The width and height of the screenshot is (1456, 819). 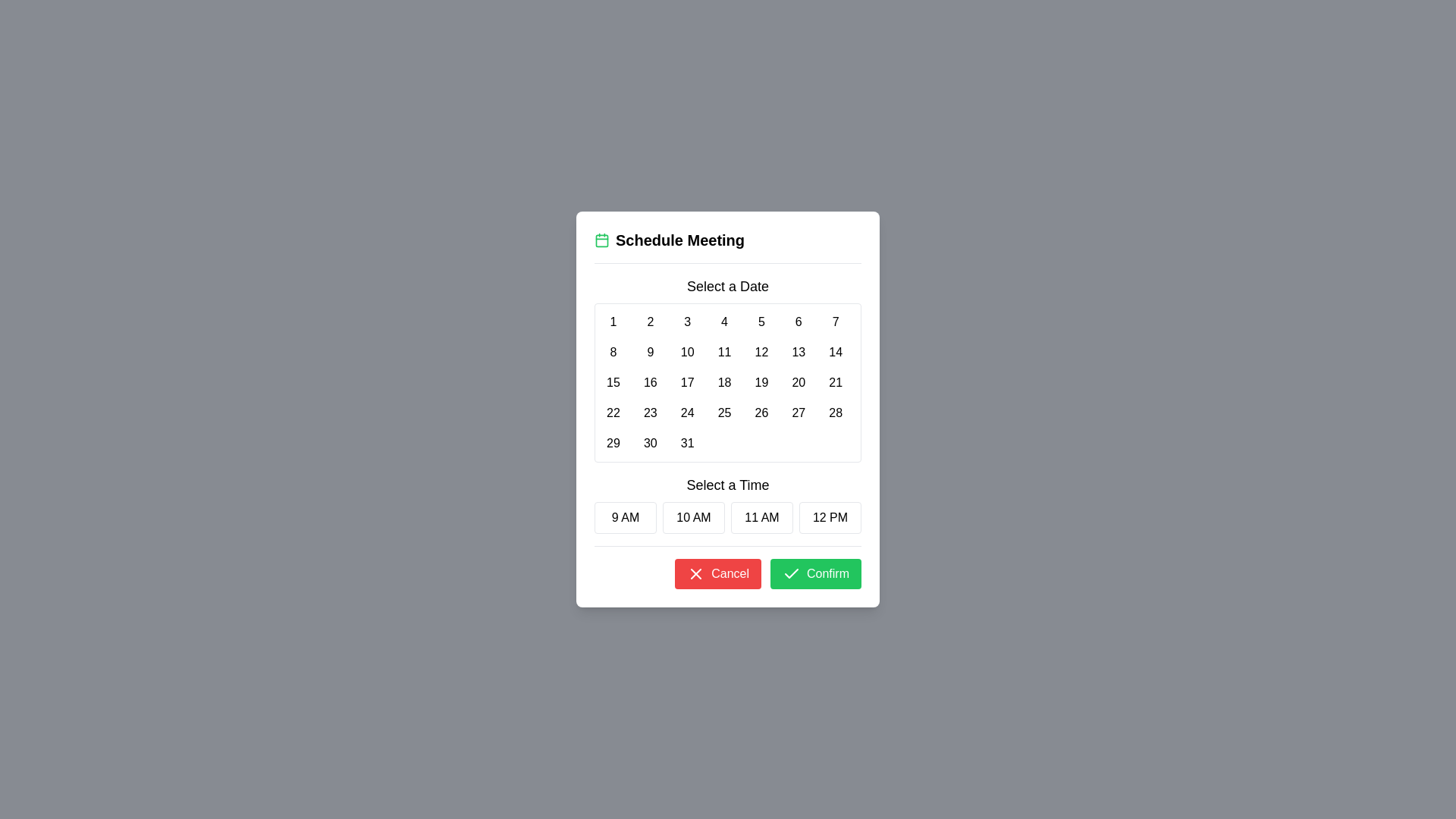 What do you see at coordinates (728, 287) in the screenshot?
I see `the text label that serves as a title for the calendar grid, indicating the purpose of date selection` at bounding box center [728, 287].